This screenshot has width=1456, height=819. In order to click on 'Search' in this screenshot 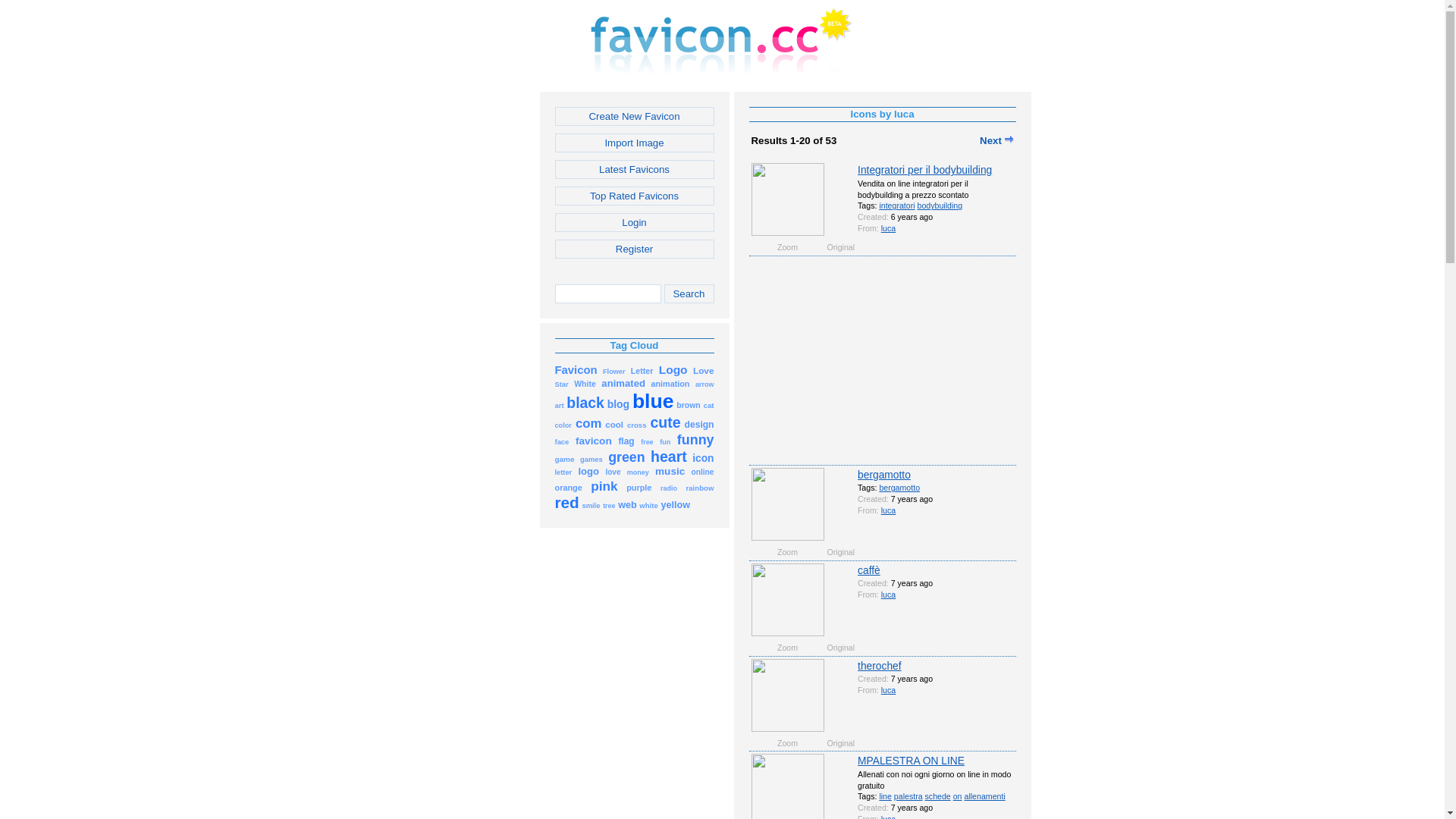, I will do `click(688, 293)`.